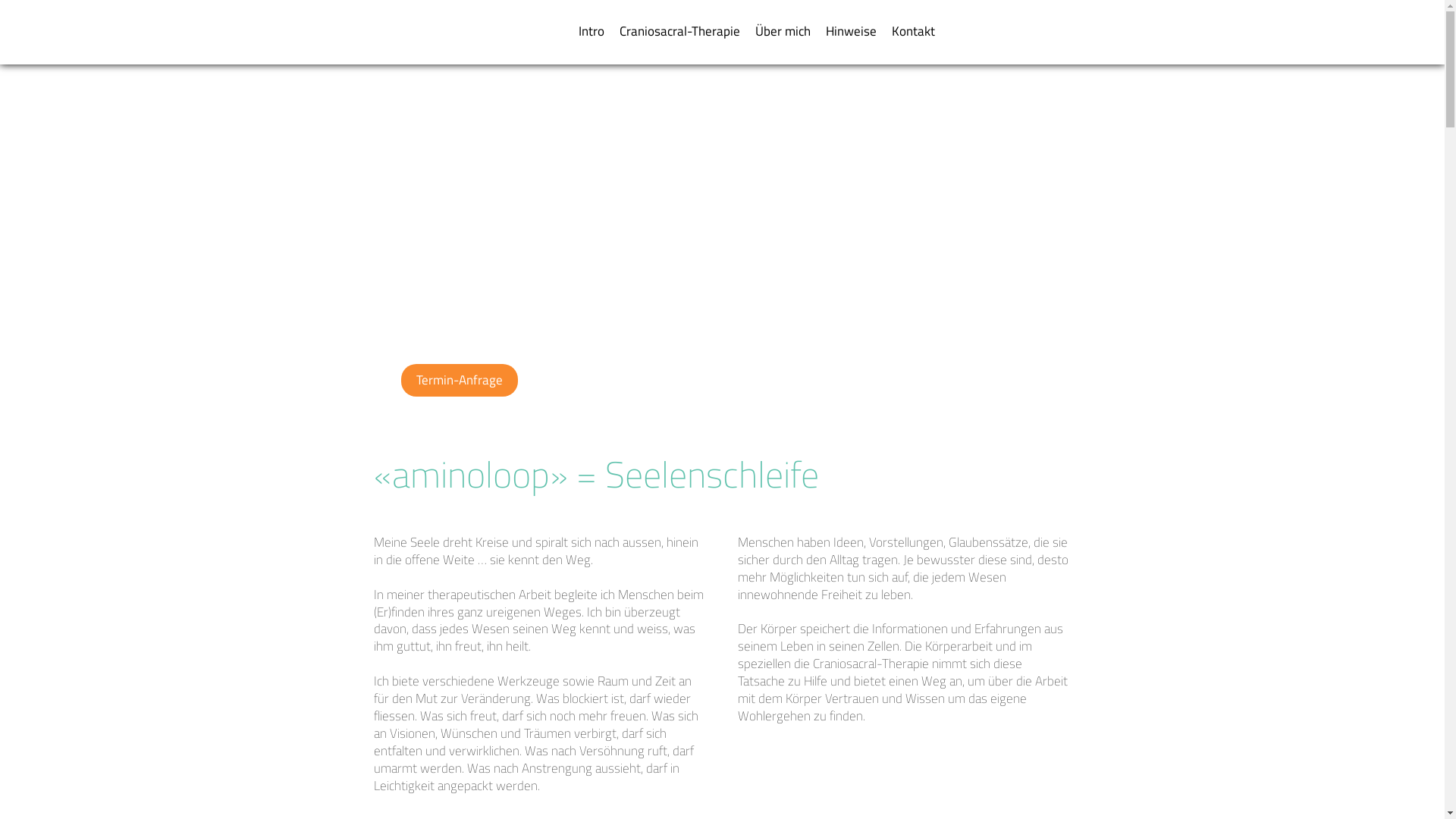 The height and width of the screenshot is (819, 1456). Describe the element at coordinates (678, 31) in the screenshot. I see `'Craniosacral-Therapie'` at that location.